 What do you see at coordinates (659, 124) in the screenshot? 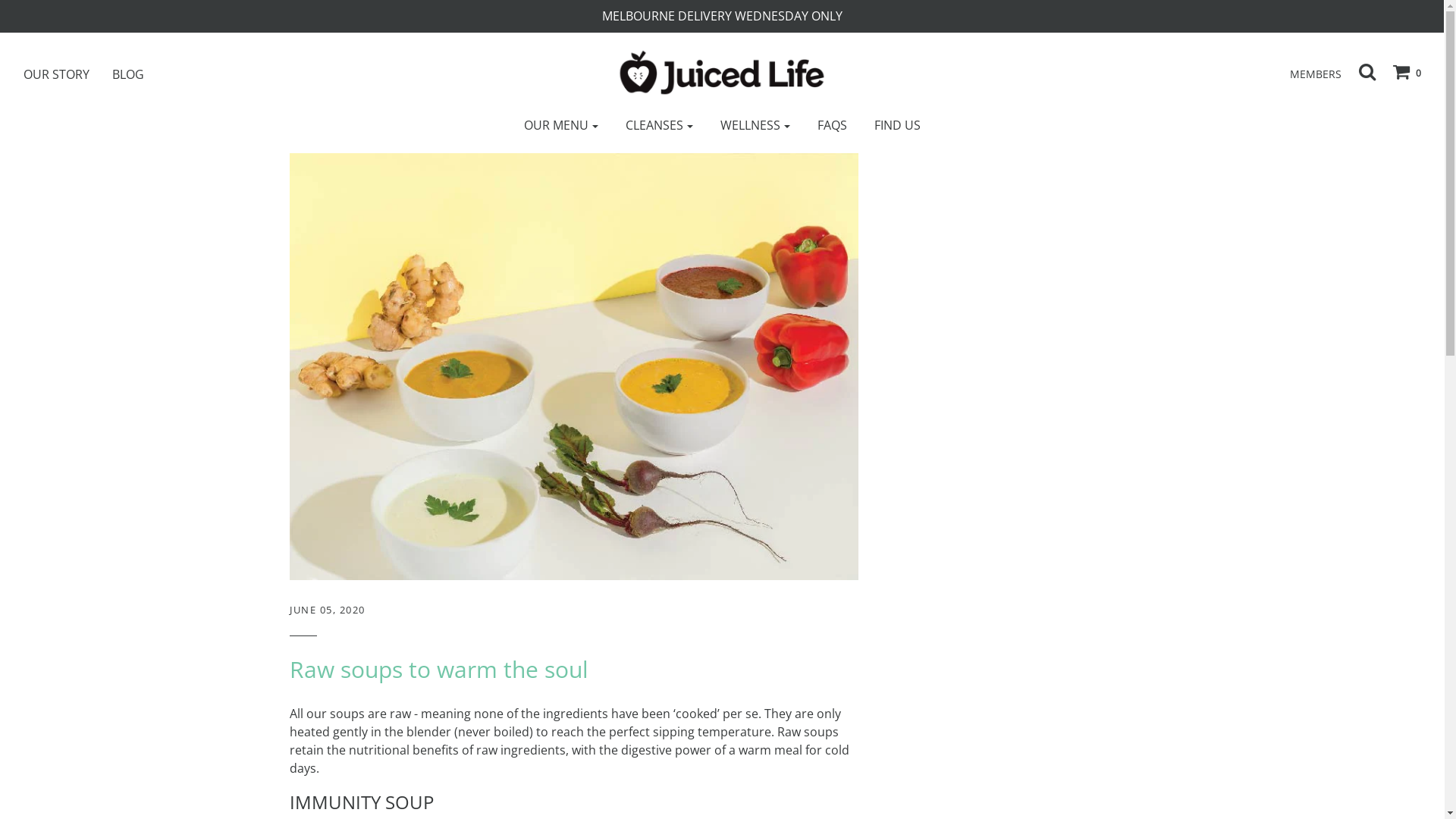
I see `'CLEANSES'` at bounding box center [659, 124].